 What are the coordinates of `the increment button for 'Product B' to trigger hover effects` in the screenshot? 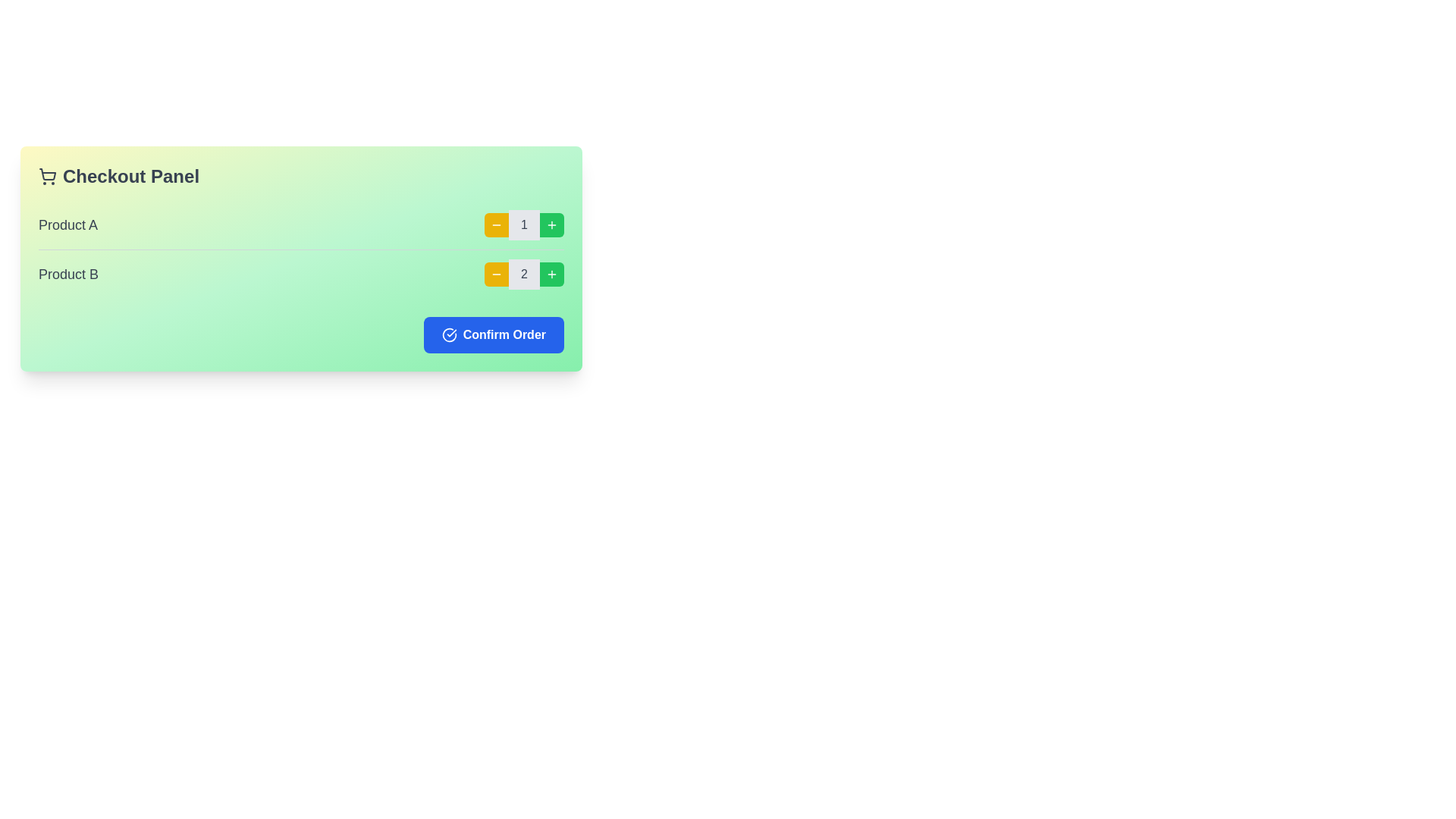 It's located at (551, 275).